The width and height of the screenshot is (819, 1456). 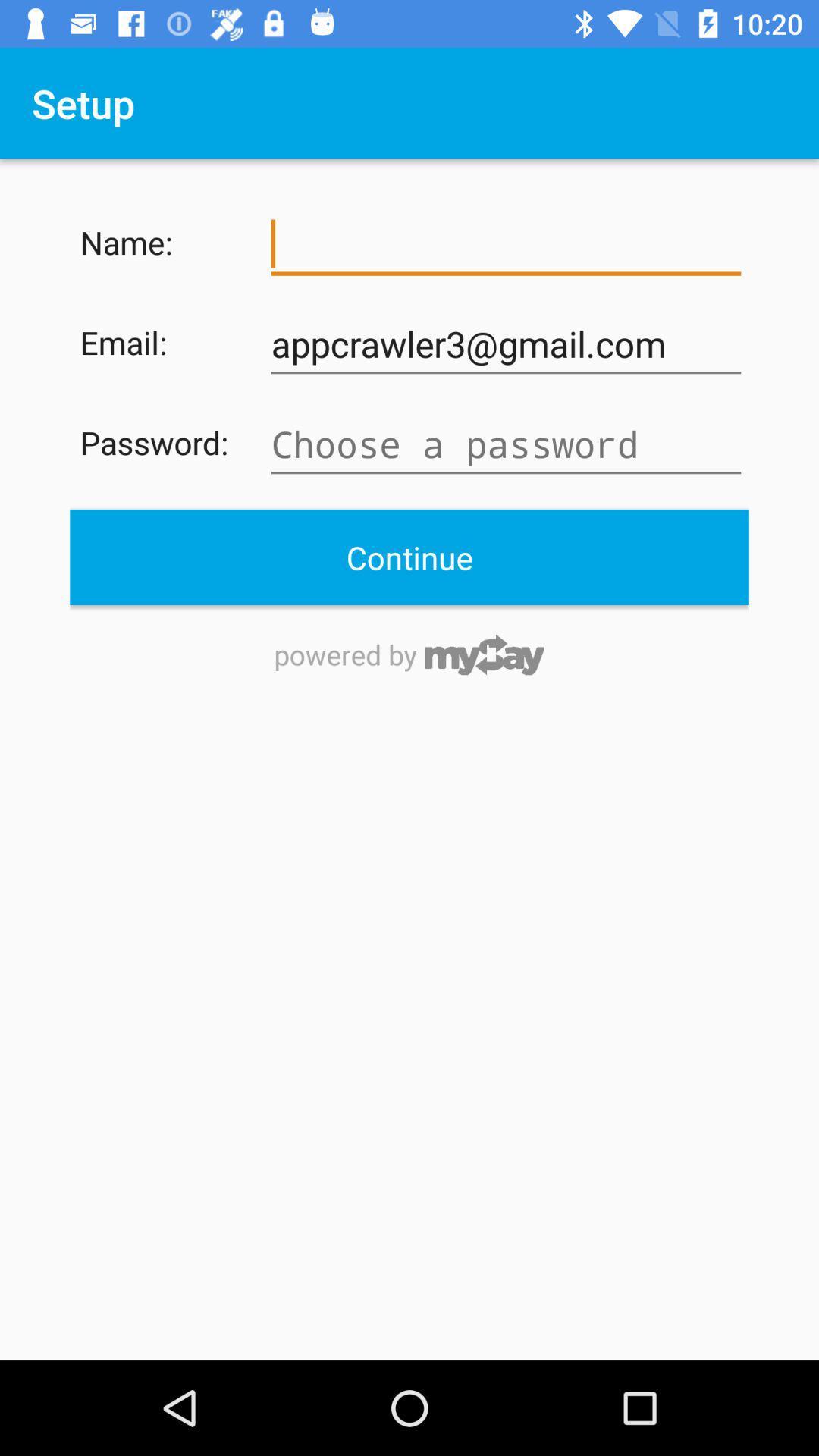 I want to click on item next to the name: icon, so click(x=506, y=244).